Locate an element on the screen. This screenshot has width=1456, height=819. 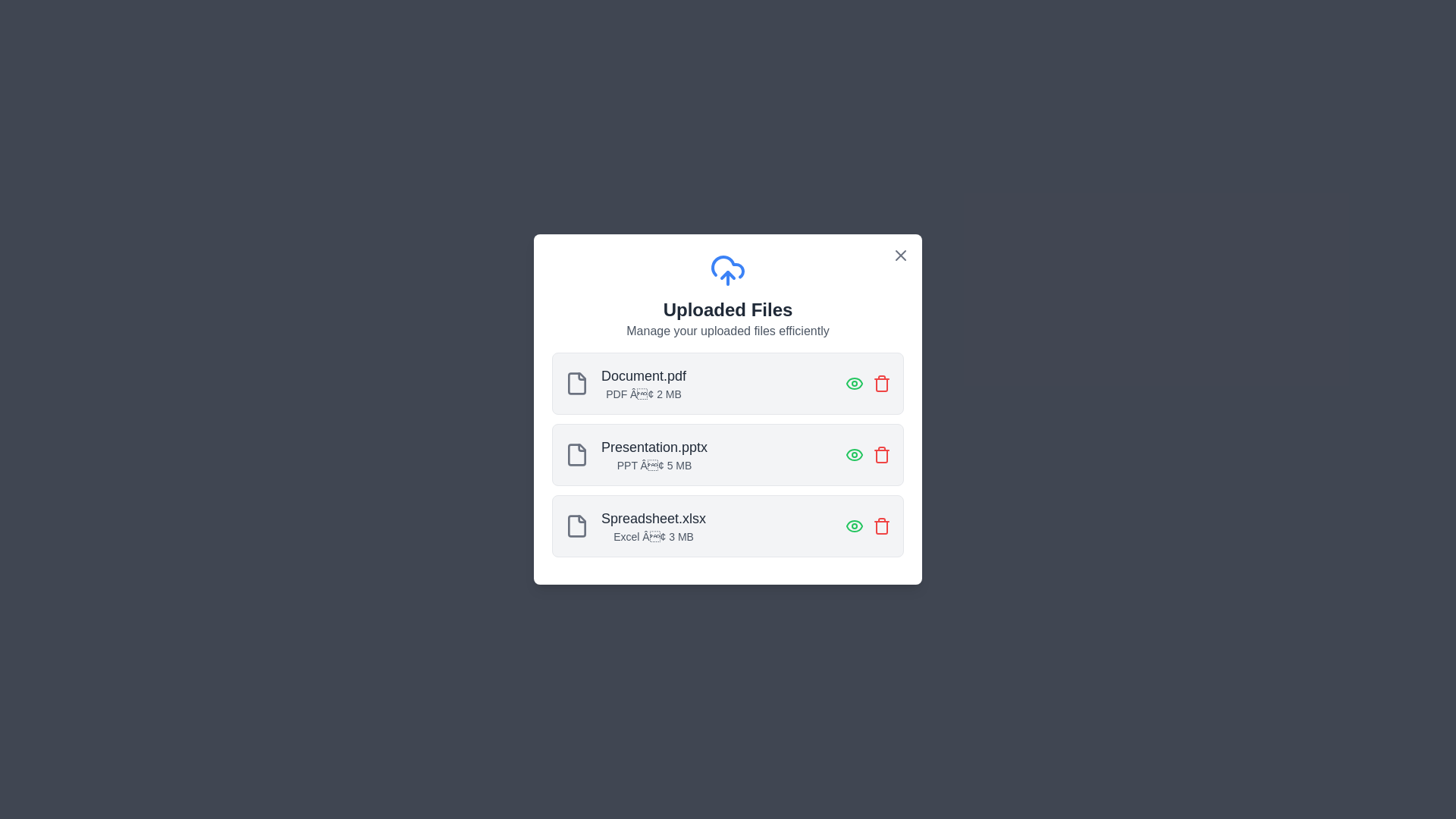
the document outline icon, which is light gray, rounded, and located to the left of the text 'Document.pdf' in the file list interface is located at coordinates (576, 382).